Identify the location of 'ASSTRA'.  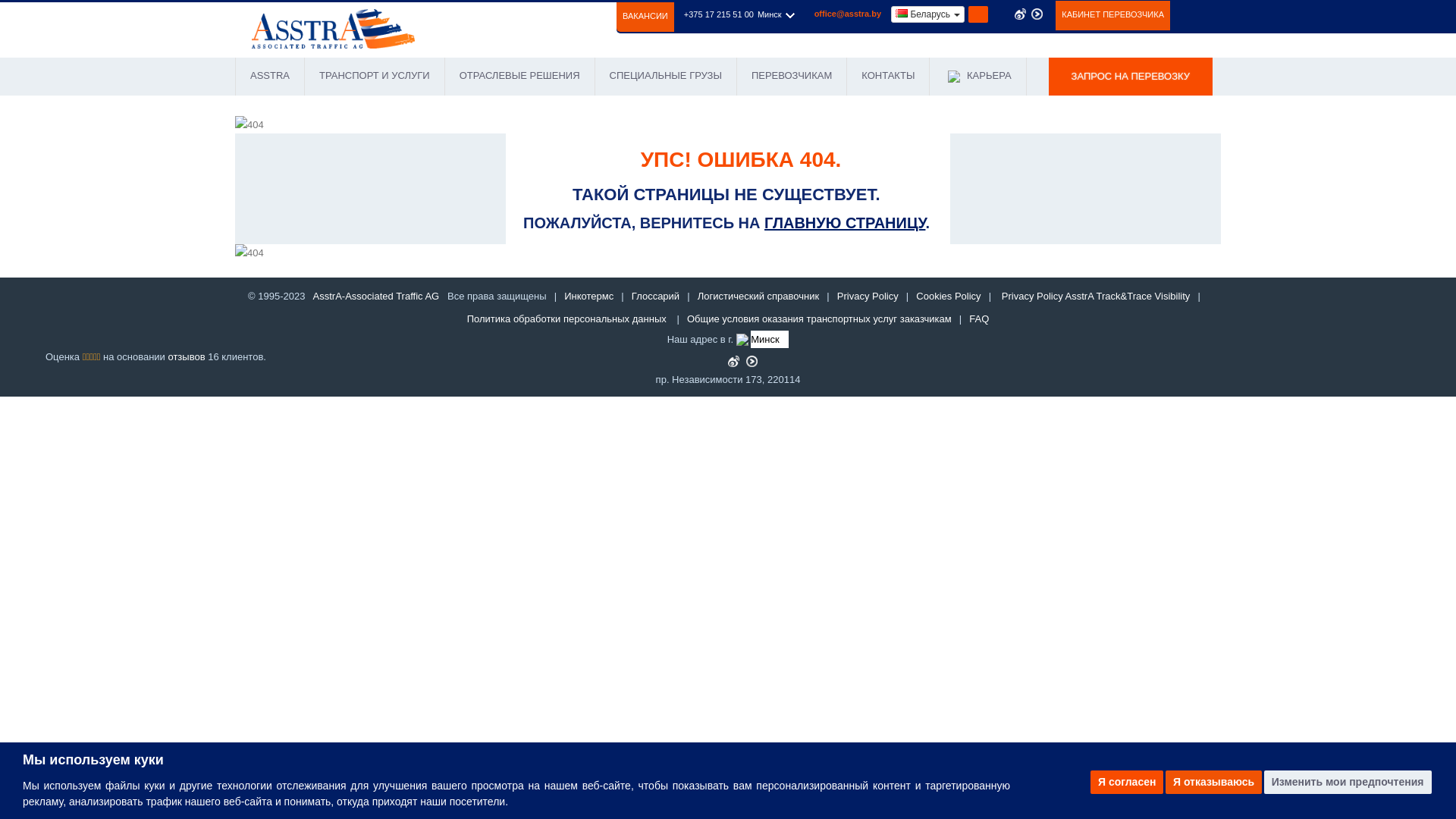
(269, 76).